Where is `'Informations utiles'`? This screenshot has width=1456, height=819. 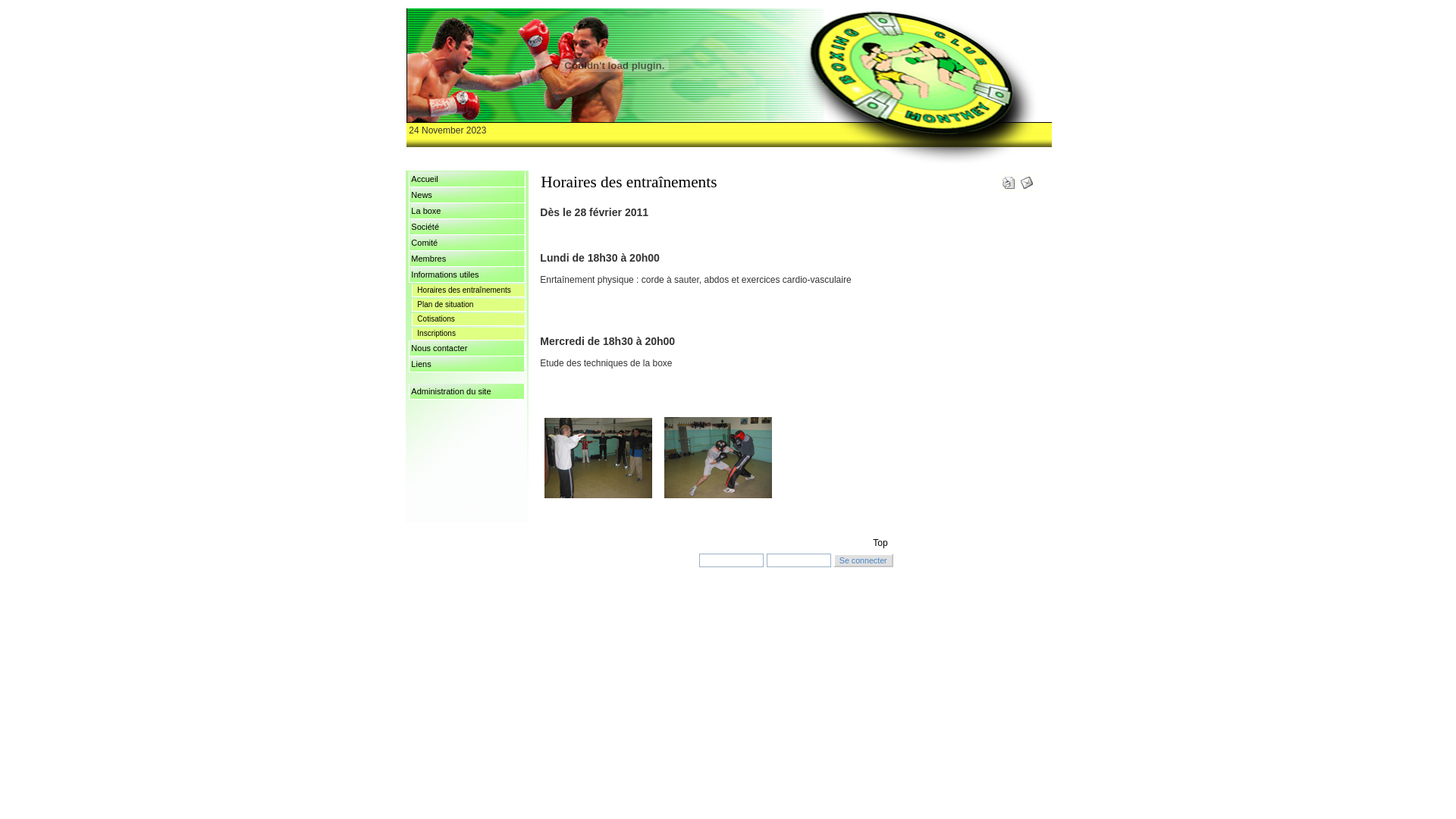 'Informations utiles' is located at coordinates (466, 275).